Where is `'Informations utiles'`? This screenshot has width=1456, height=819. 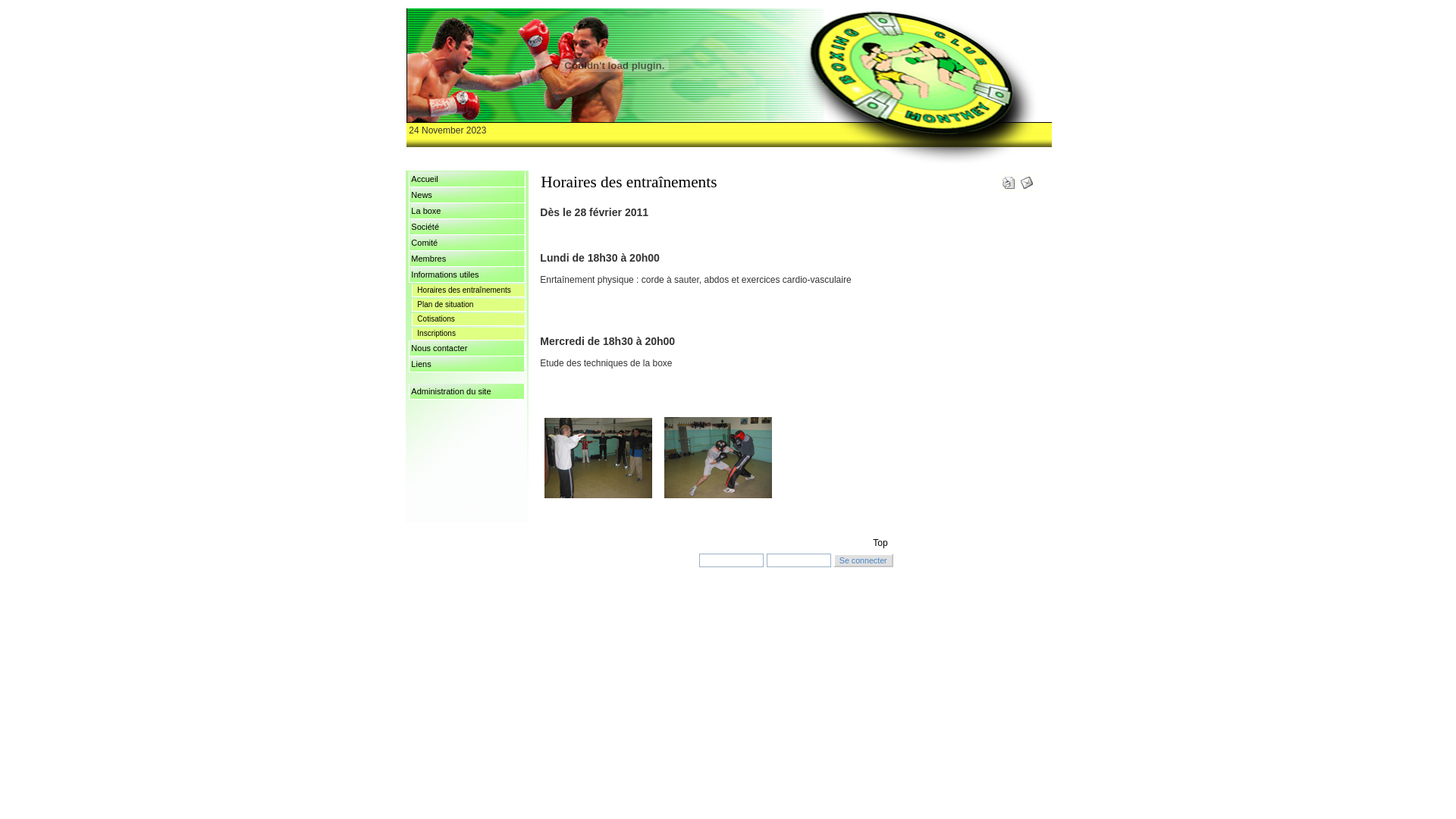 'Informations utiles' is located at coordinates (466, 275).